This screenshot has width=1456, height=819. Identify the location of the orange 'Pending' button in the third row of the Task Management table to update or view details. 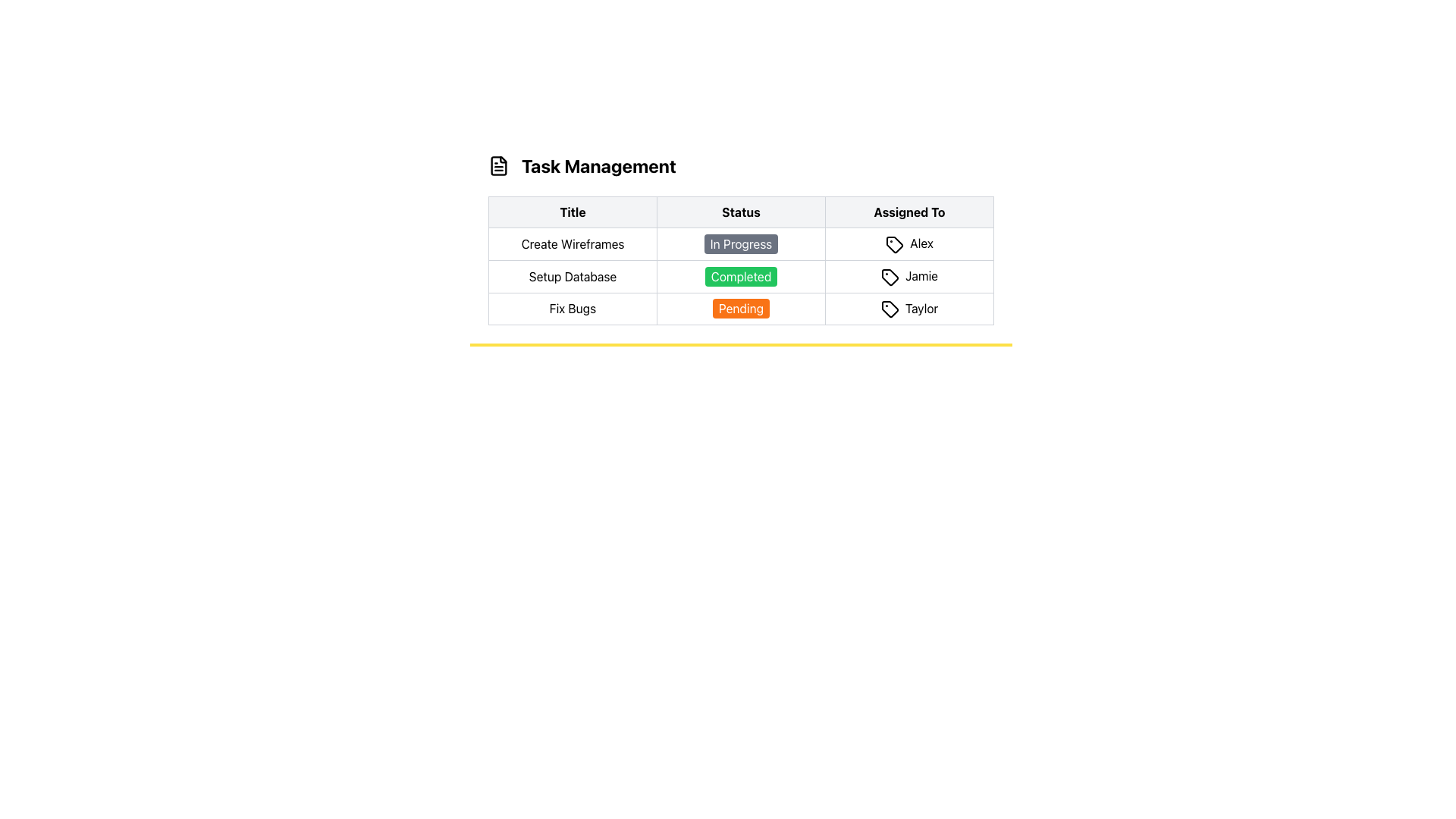
(741, 308).